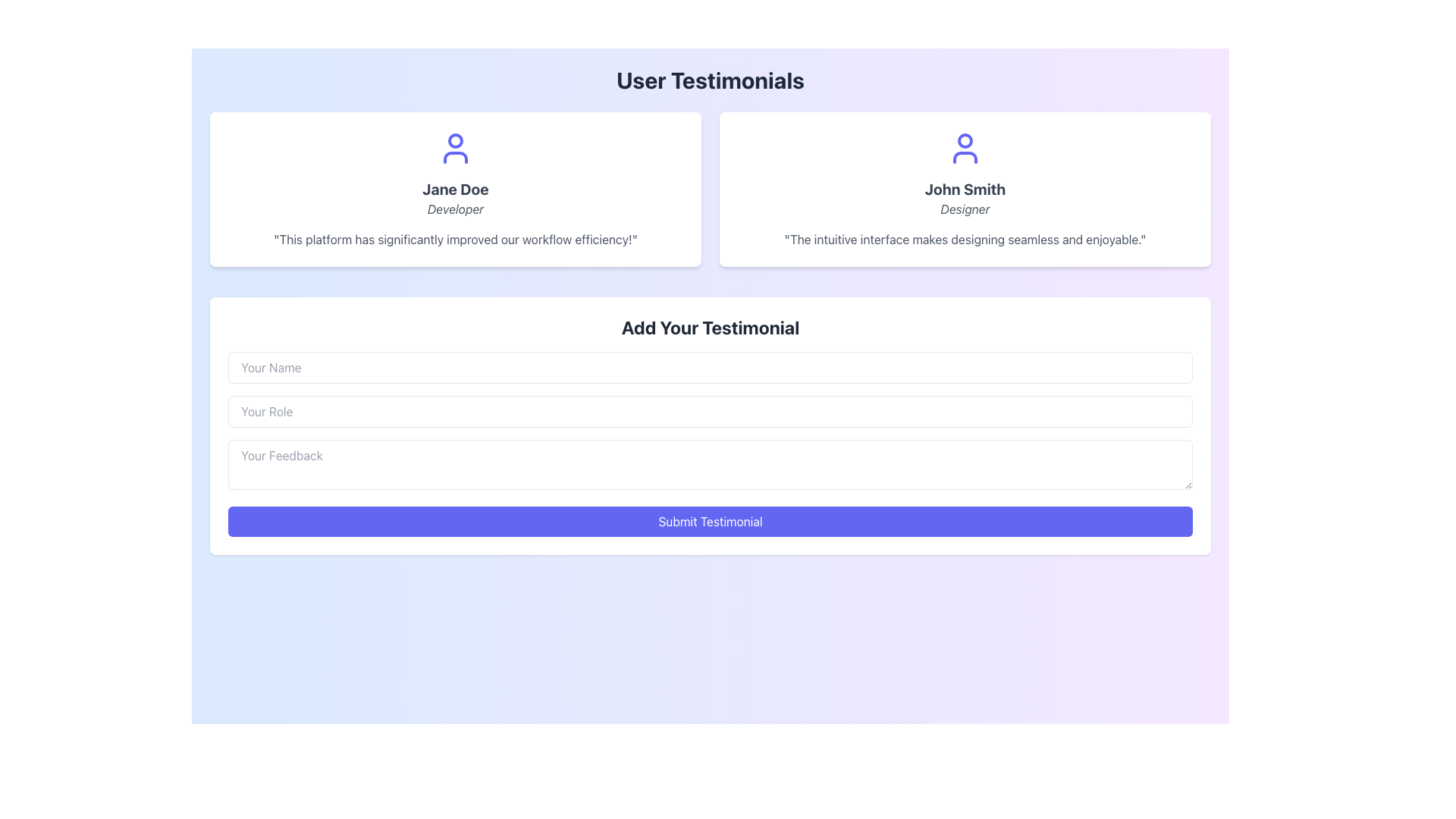  I want to click on the 'Designer' text label, which is styled in gray, italicized, and center-aligned, located below the 'John Smith' bold text in the User Testimonials section, so click(964, 209).